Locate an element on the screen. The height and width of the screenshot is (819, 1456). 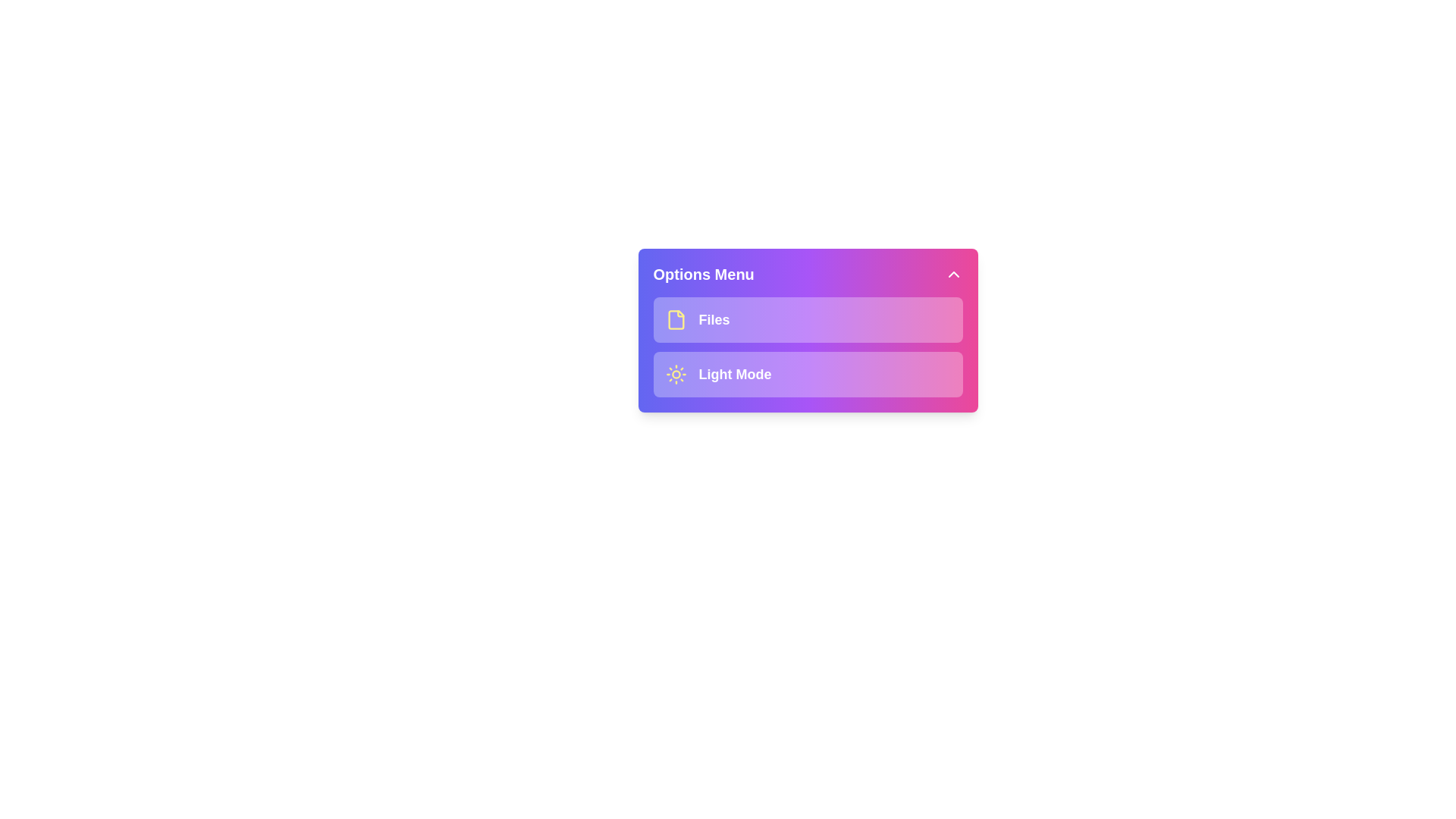
the menu item icon for Files is located at coordinates (675, 318).